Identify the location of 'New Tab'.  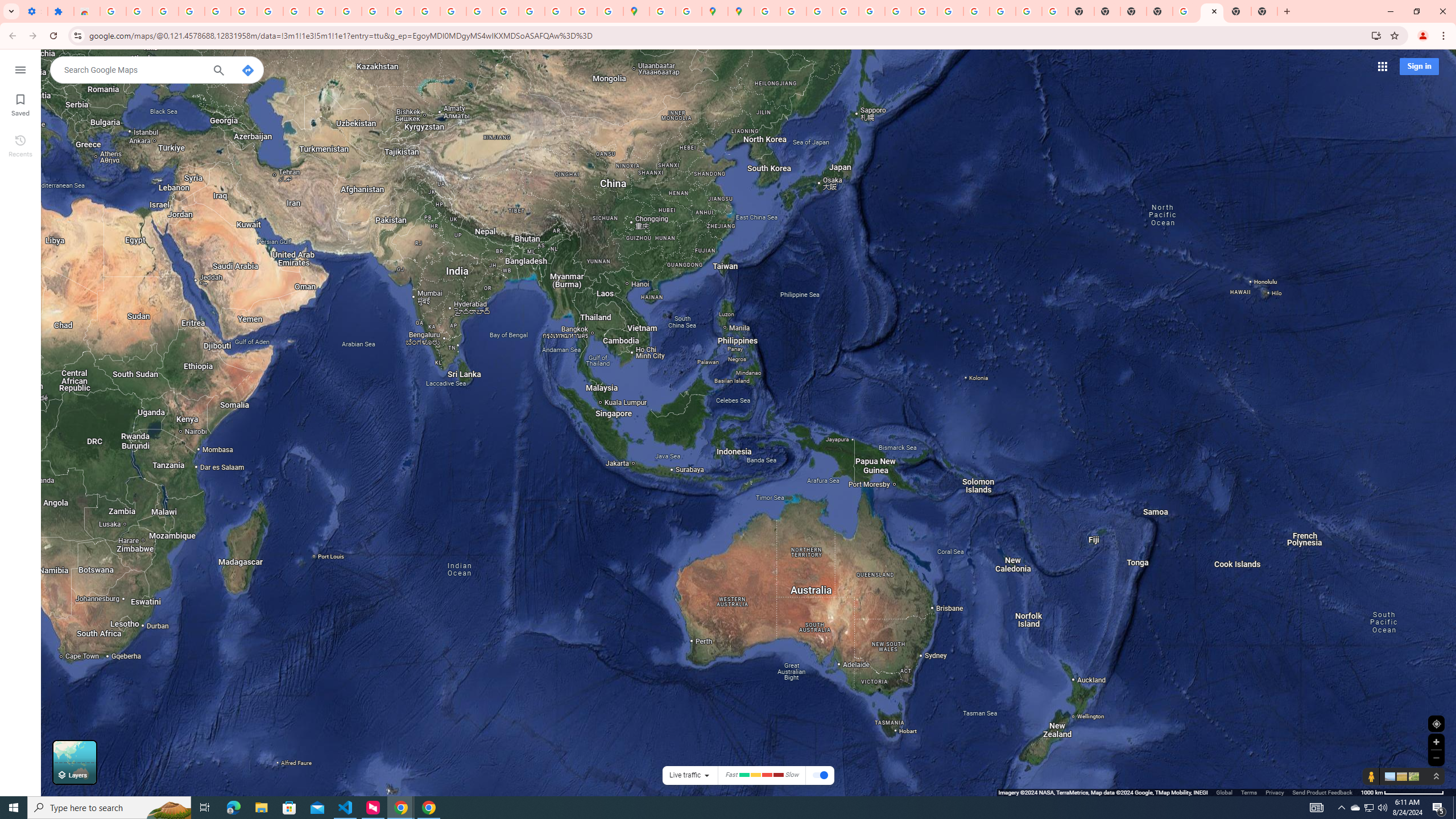
(1238, 11).